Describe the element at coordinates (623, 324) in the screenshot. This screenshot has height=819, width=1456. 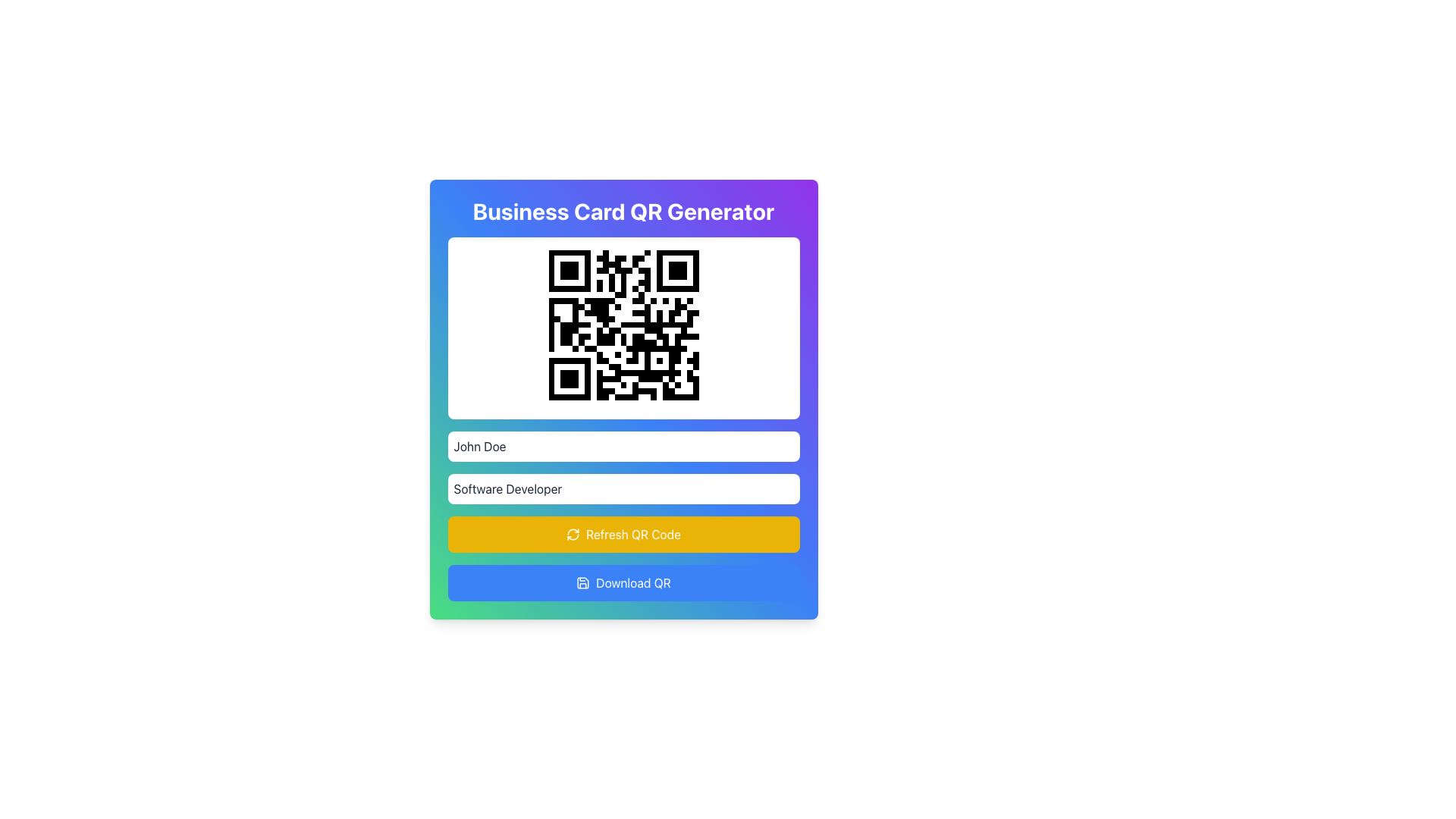
I see `the QR code image, which is centrally positioned within a rounded rectangle card that contains other interactable elements` at that location.